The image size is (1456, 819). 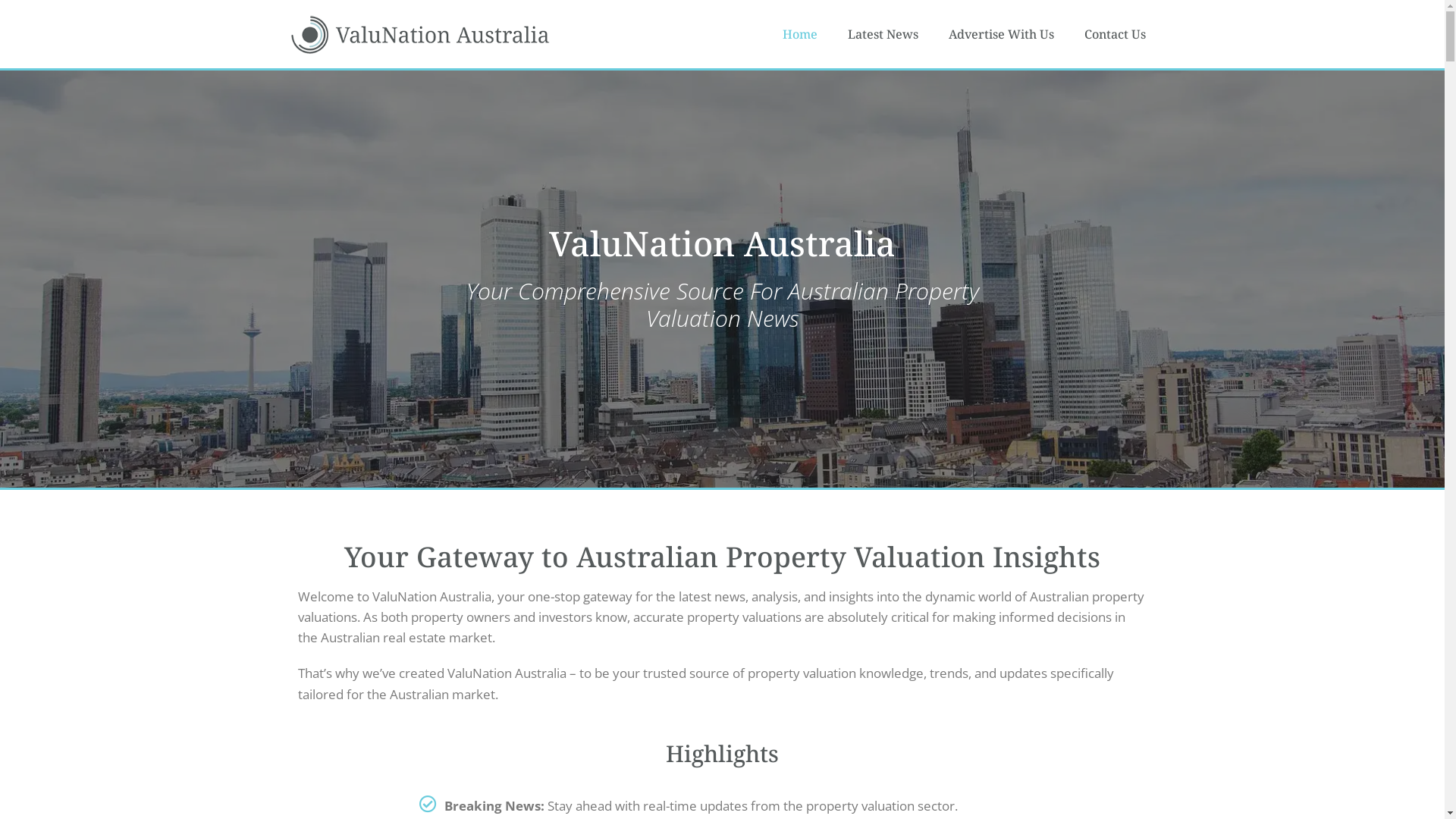 What do you see at coordinates (883, 34) in the screenshot?
I see `'Latest News'` at bounding box center [883, 34].